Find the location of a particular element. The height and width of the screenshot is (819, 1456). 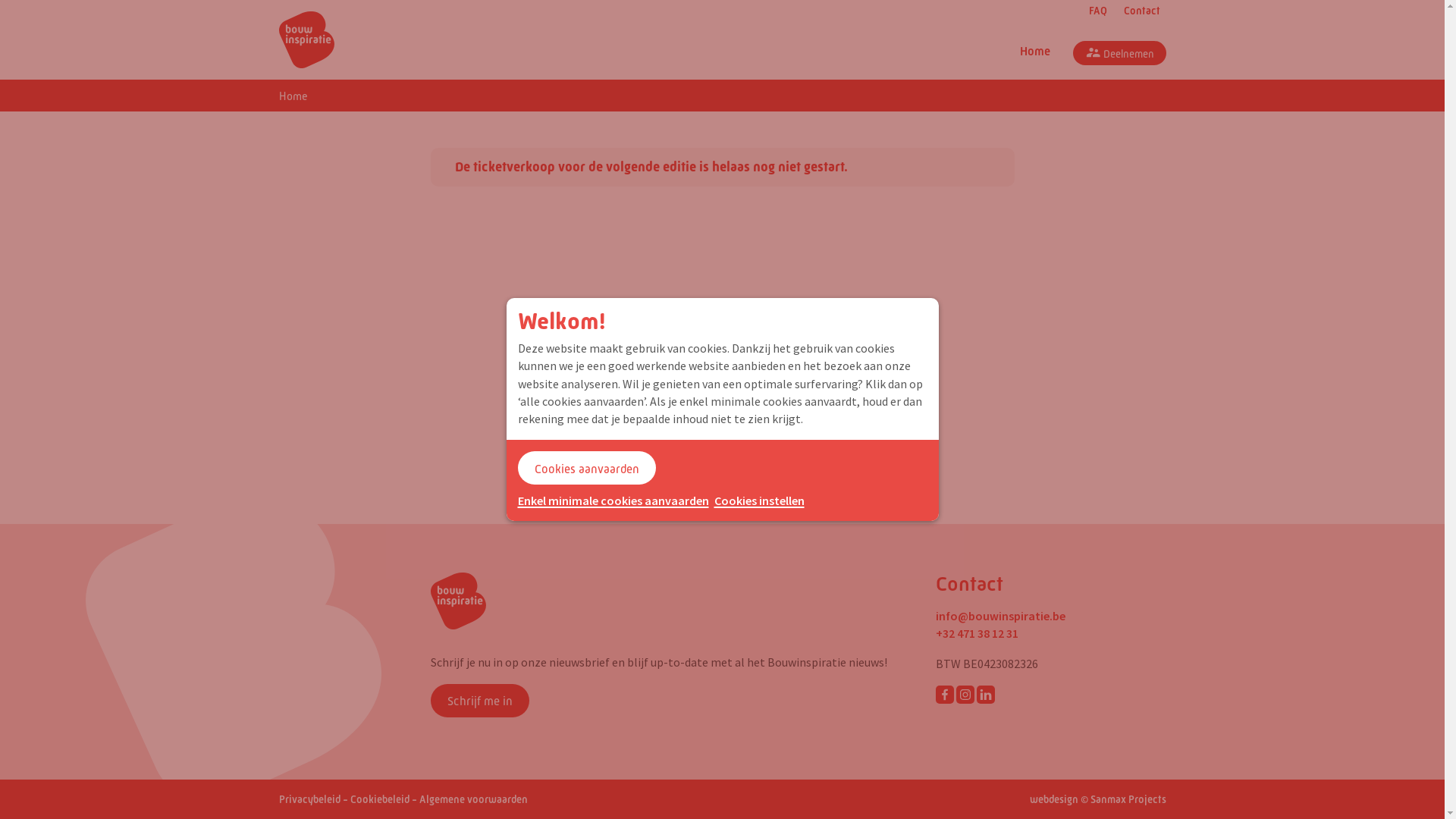

'Enkel minimale cookies aanvaarden' is located at coordinates (612, 500).